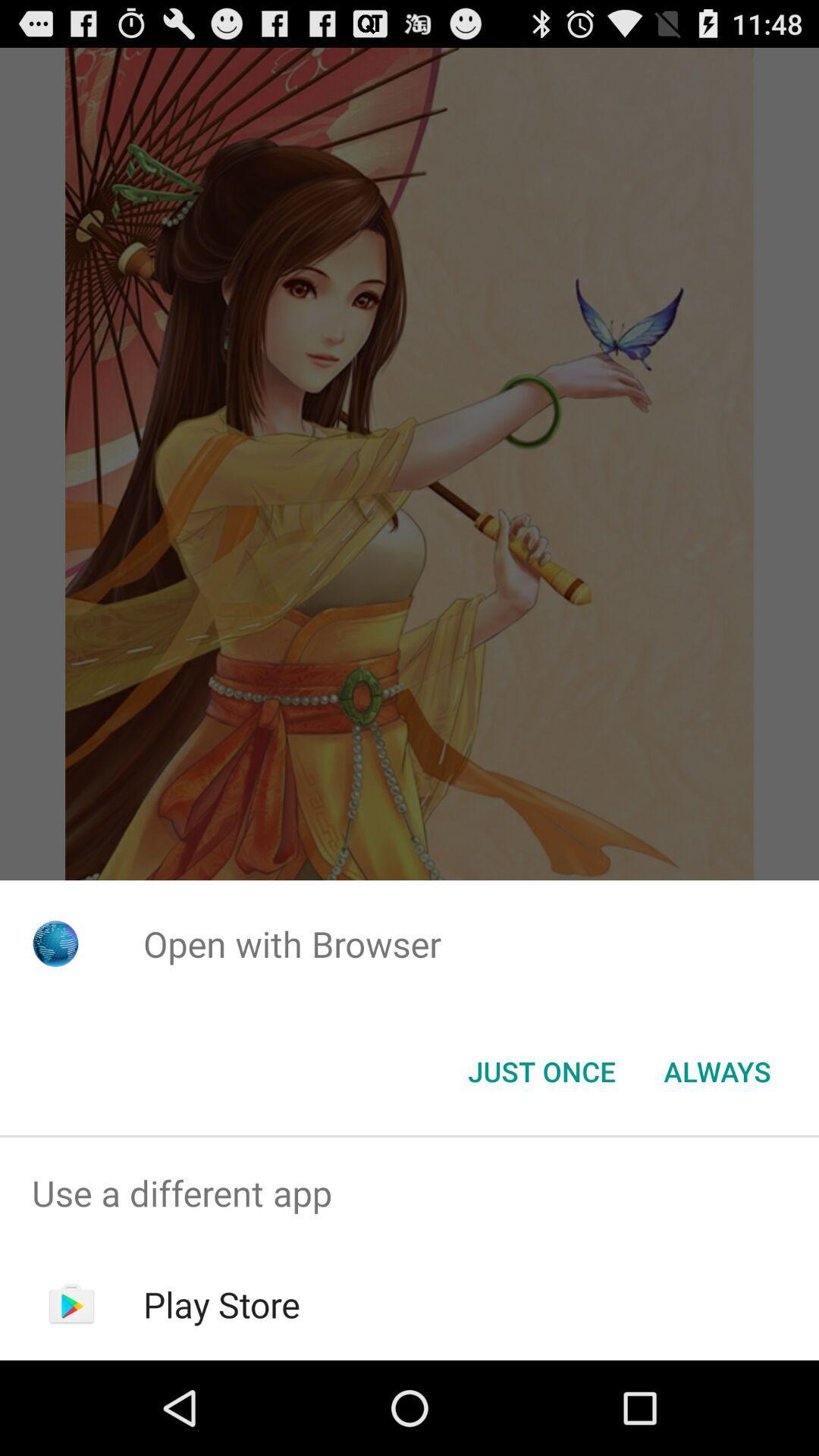 The height and width of the screenshot is (1456, 819). Describe the element at coordinates (409, 1192) in the screenshot. I see `use a different` at that location.